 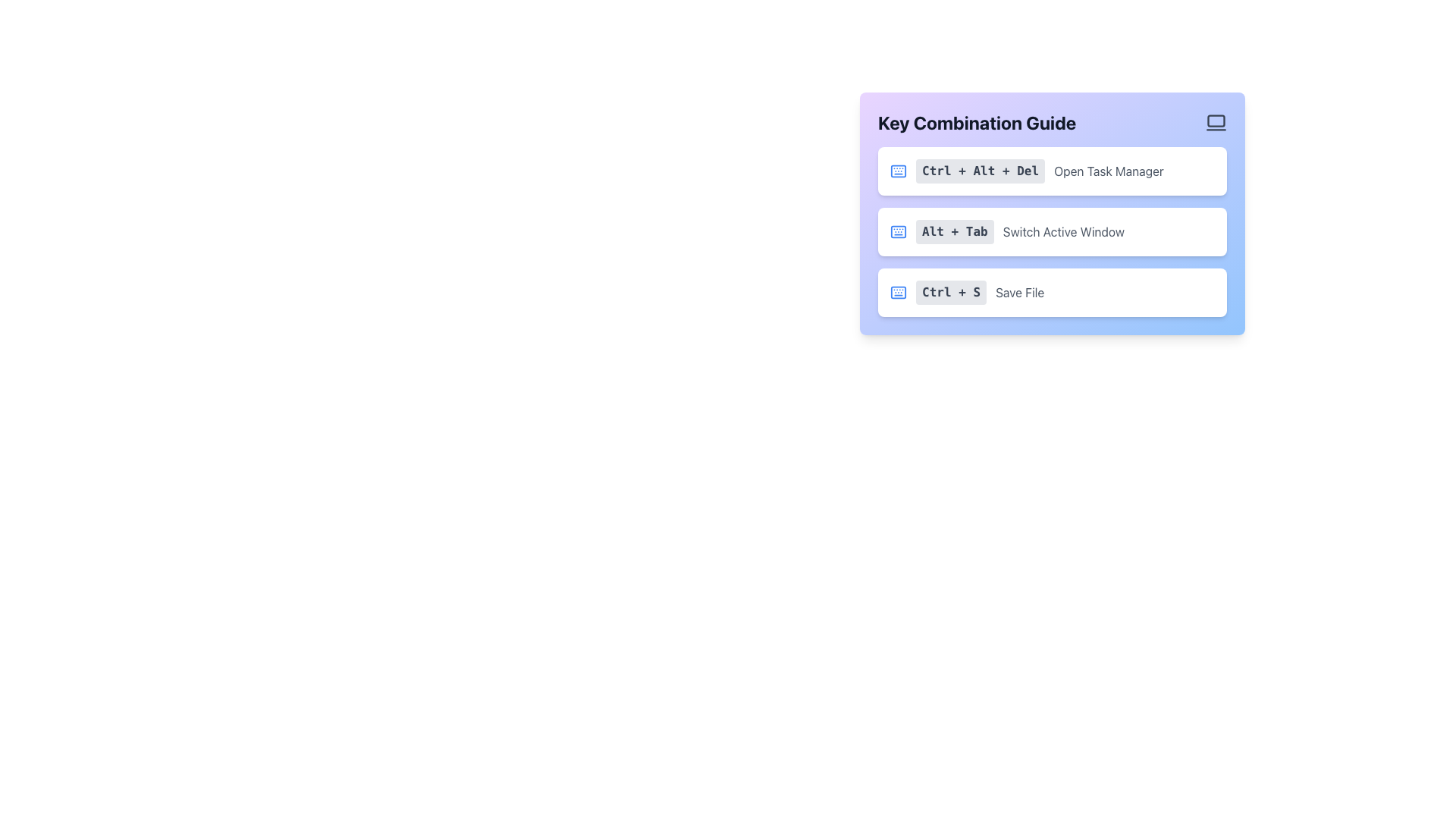 I want to click on information displayed in the Information Card that provides guidance on the keyboard shortcut 'Ctrl + Alt + Del' and its function 'Open Task Manager', so click(x=1051, y=171).